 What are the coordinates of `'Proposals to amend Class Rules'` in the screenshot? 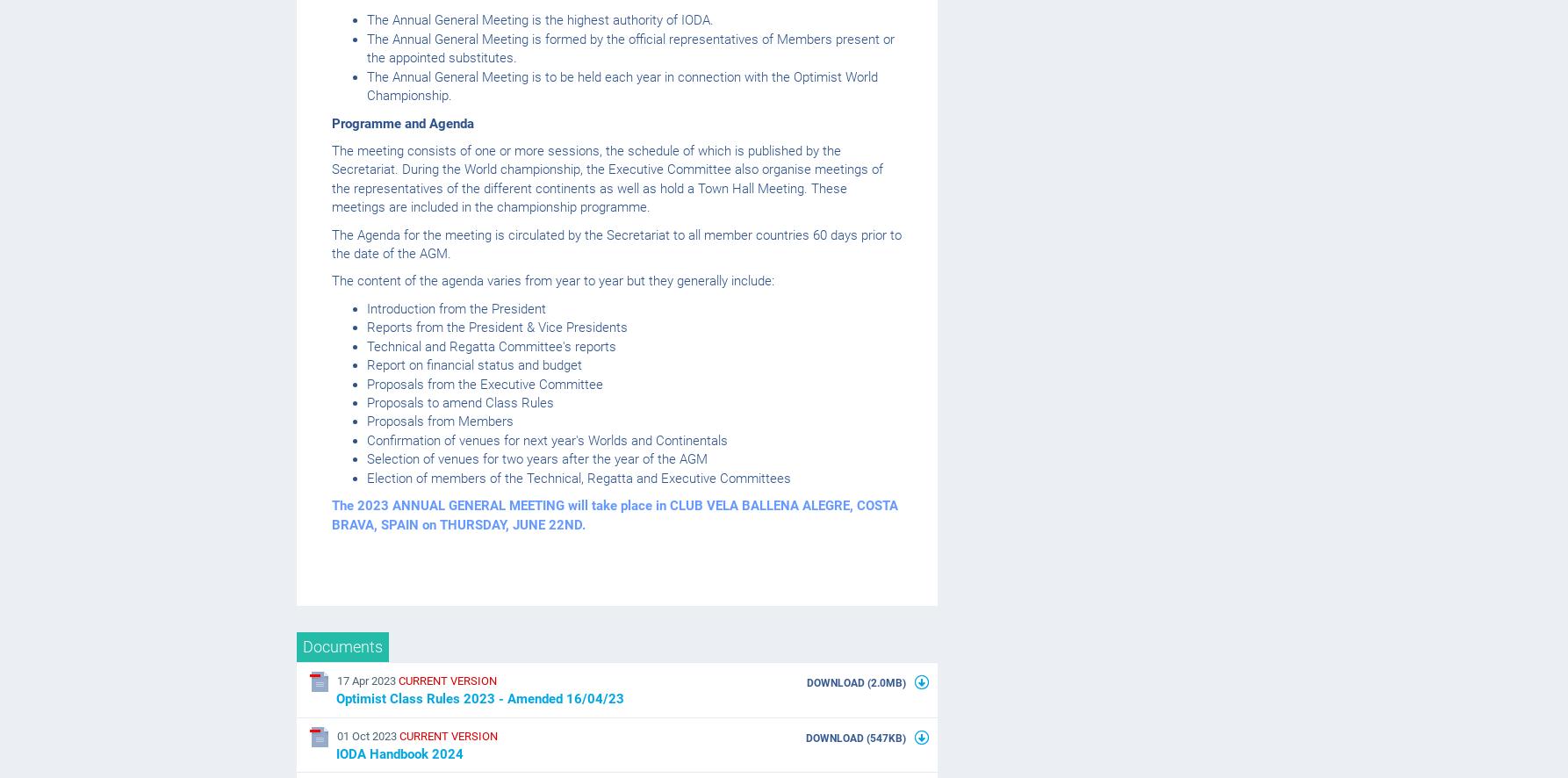 It's located at (459, 401).